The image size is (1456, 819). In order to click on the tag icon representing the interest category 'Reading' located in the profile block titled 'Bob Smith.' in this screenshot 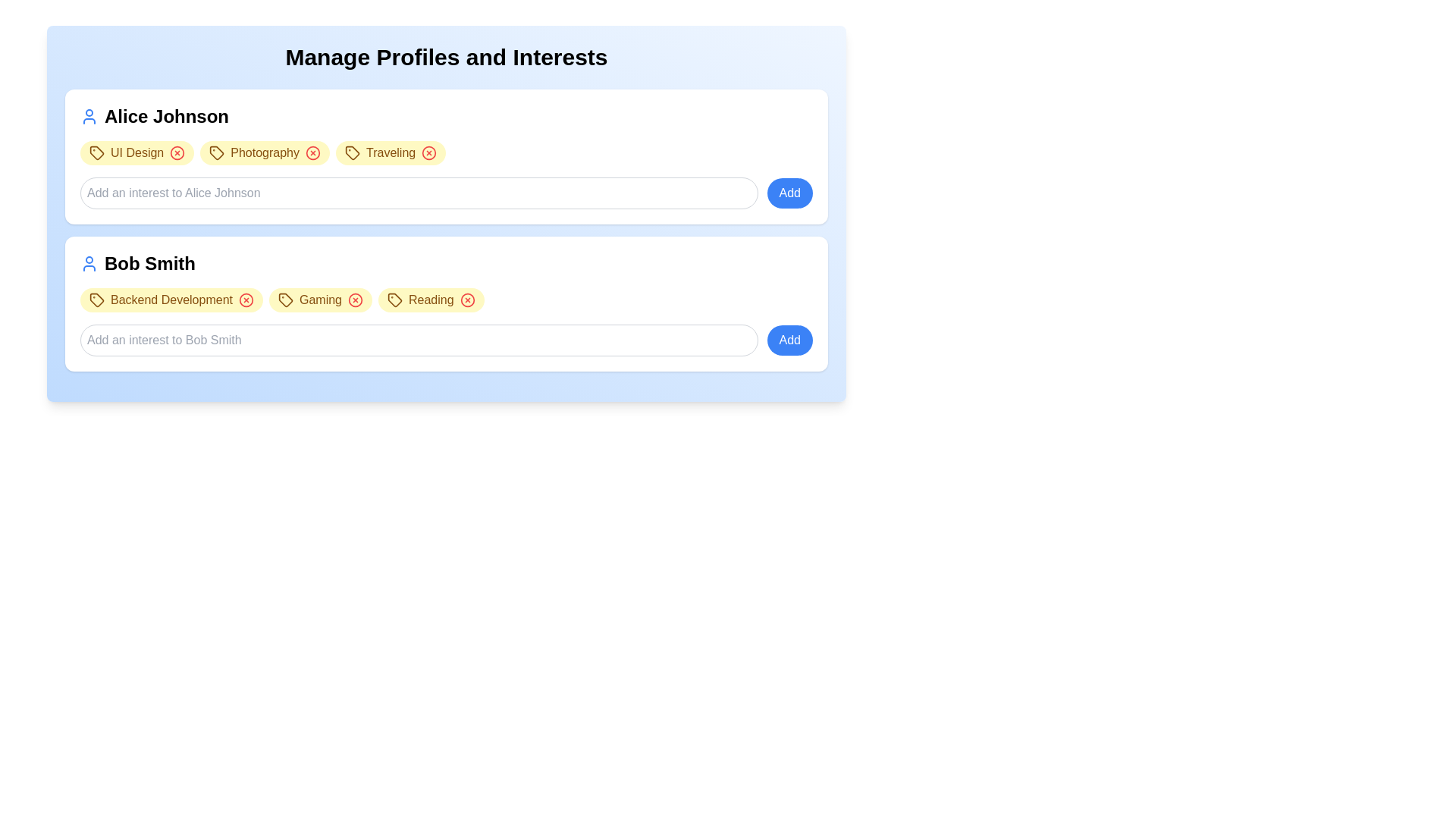, I will do `click(395, 300)`.